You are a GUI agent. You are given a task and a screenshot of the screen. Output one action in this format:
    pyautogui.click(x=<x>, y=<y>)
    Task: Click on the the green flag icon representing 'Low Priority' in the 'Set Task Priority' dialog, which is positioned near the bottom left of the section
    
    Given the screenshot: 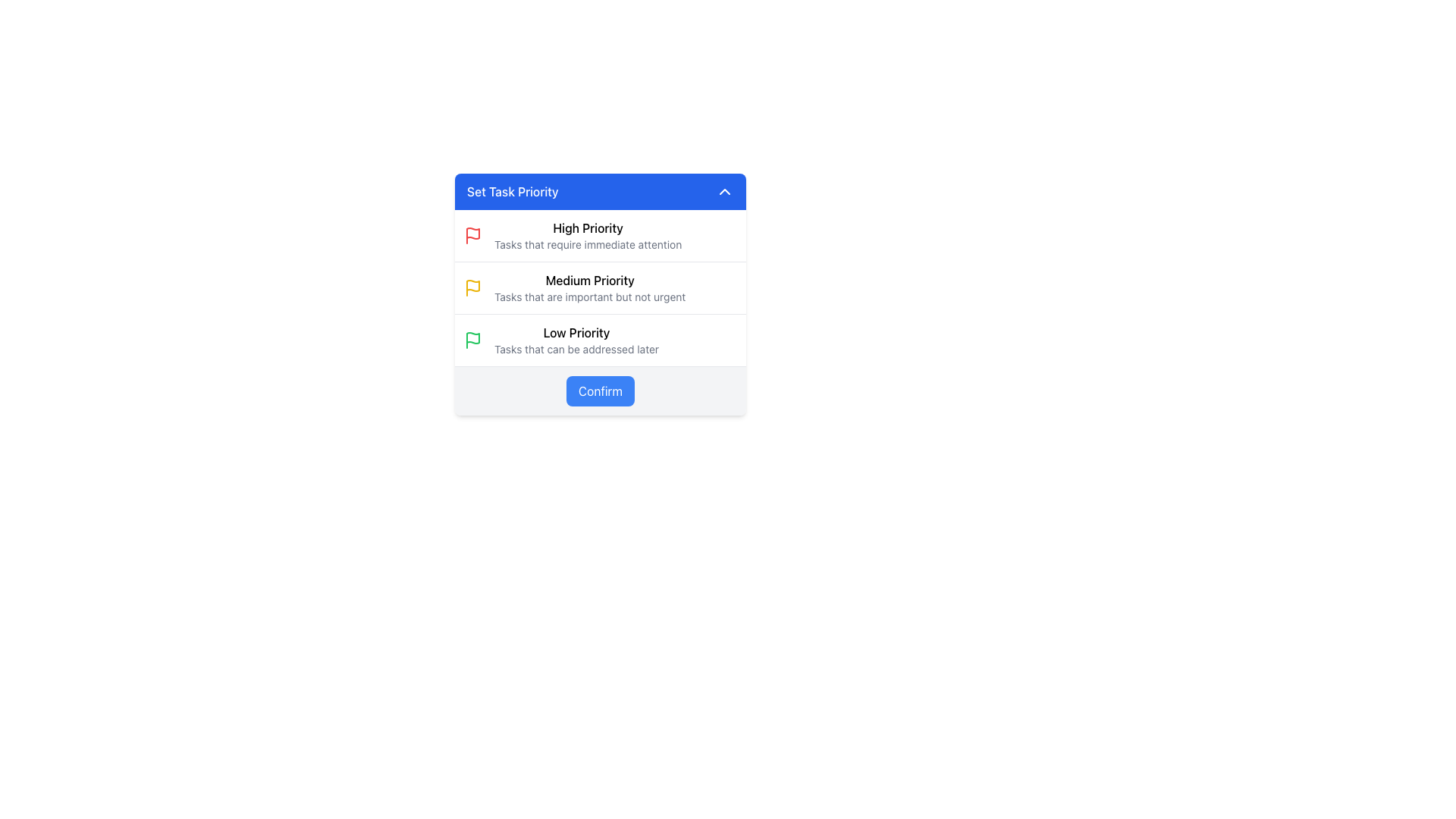 What is the action you would take?
    pyautogui.click(x=472, y=337)
    